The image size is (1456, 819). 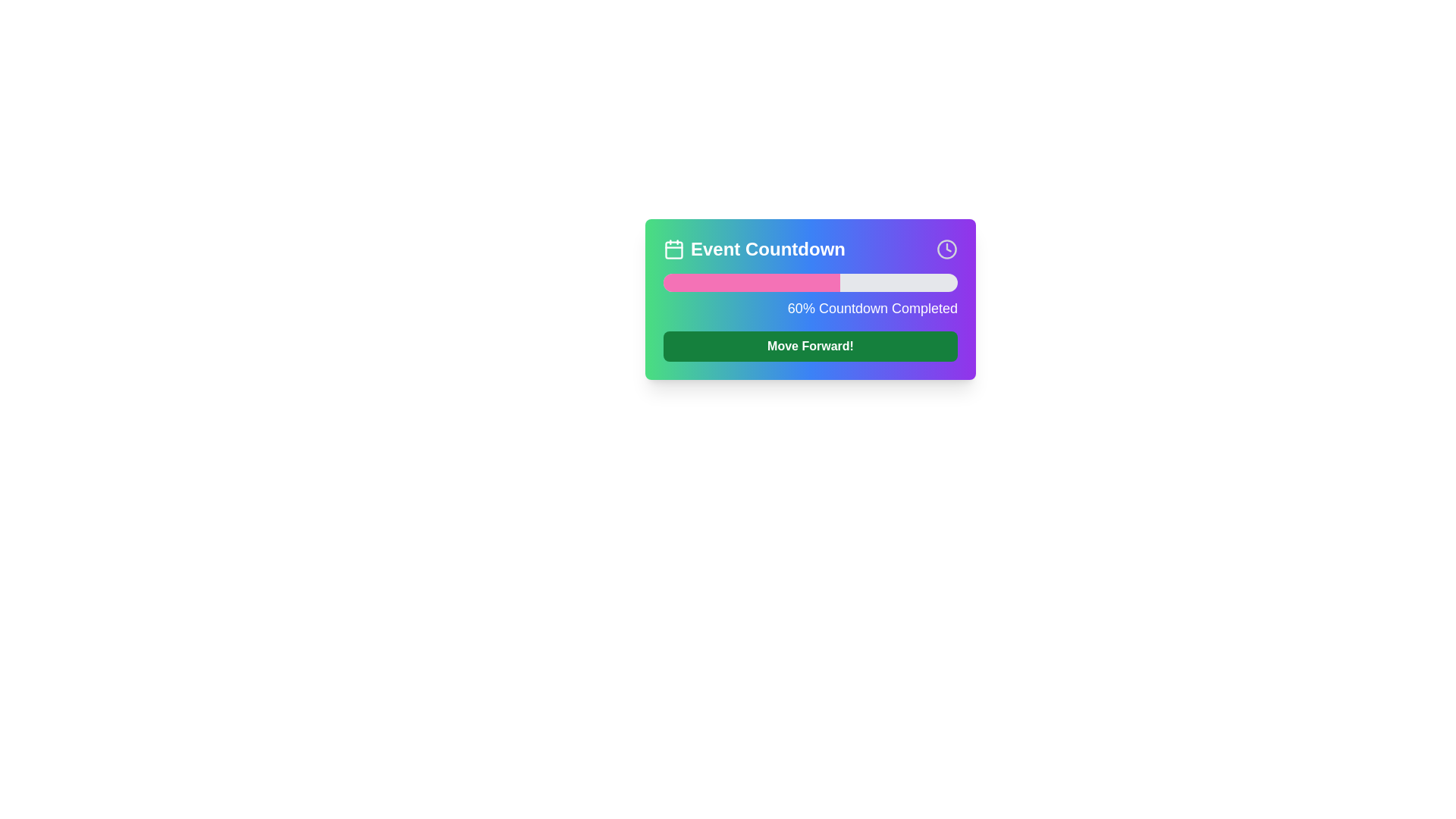 What do you see at coordinates (946, 248) in the screenshot?
I see `the circular SVG element that forms part of the clock icon in the top-right corner of the 'Event Countdown' card` at bounding box center [946, 248].